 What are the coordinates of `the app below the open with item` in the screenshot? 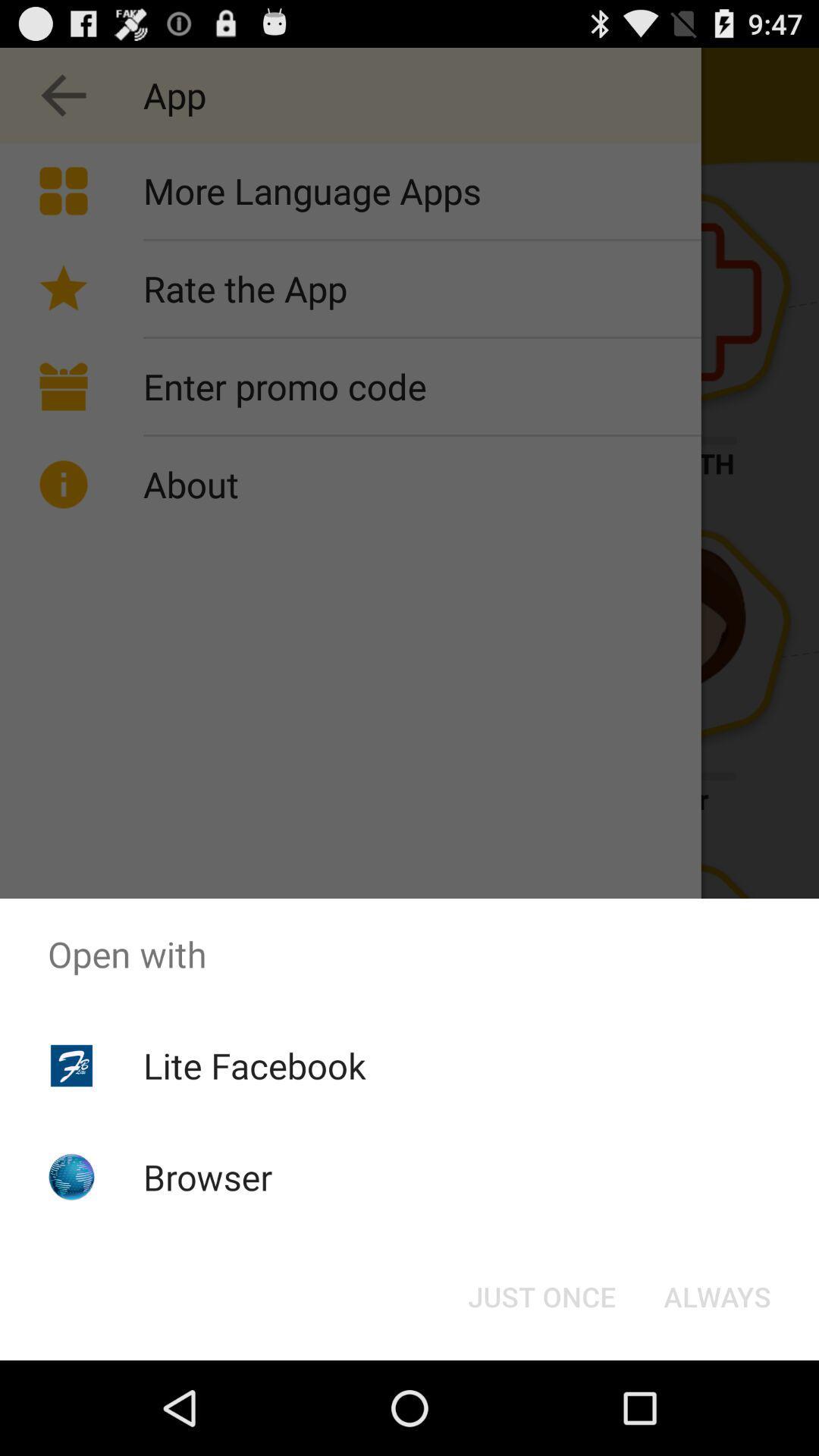 It's located at (717, 1295).